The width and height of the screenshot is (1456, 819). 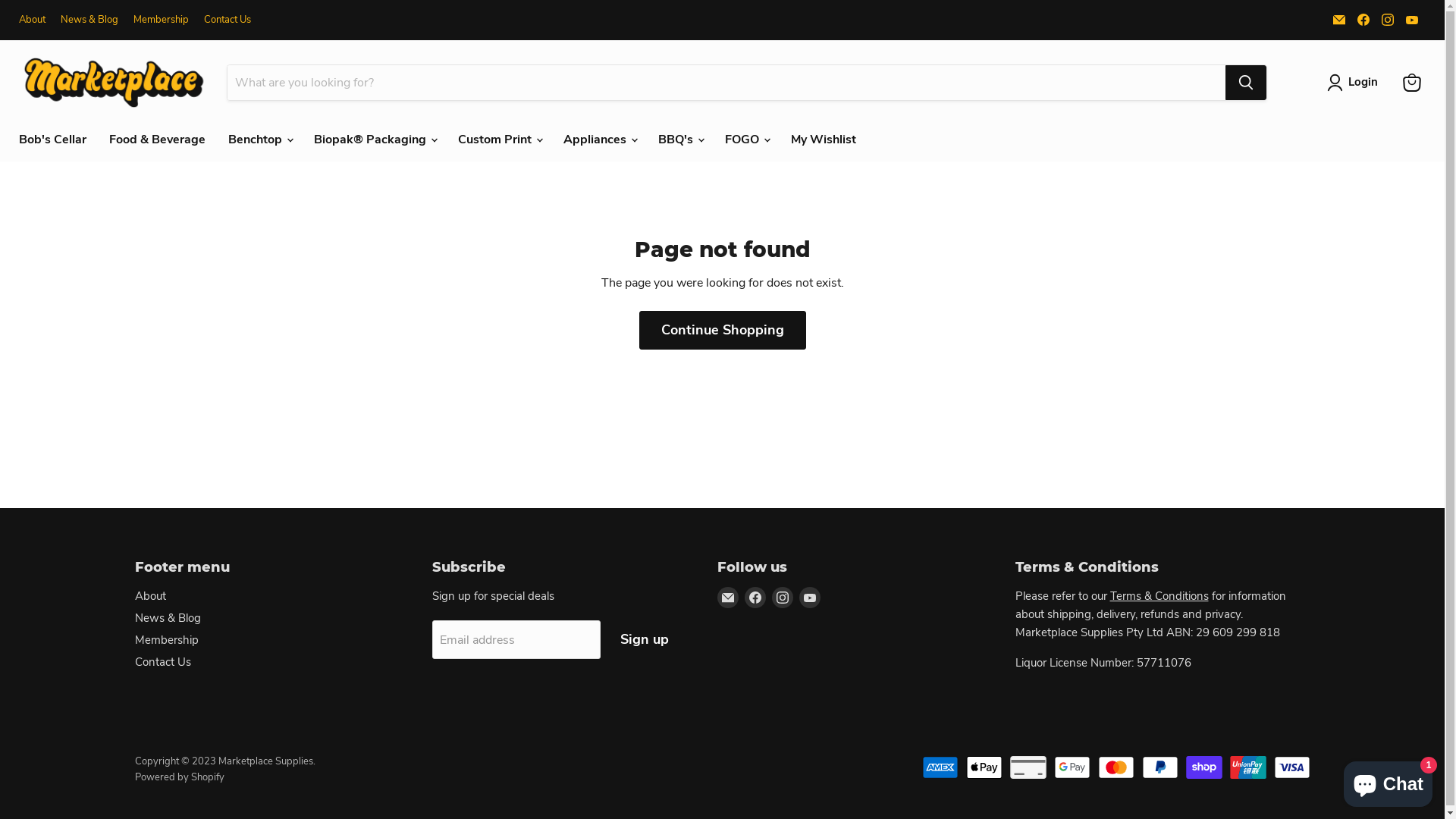 I want to click on 'News & Blog', so click(x=61, y=20).